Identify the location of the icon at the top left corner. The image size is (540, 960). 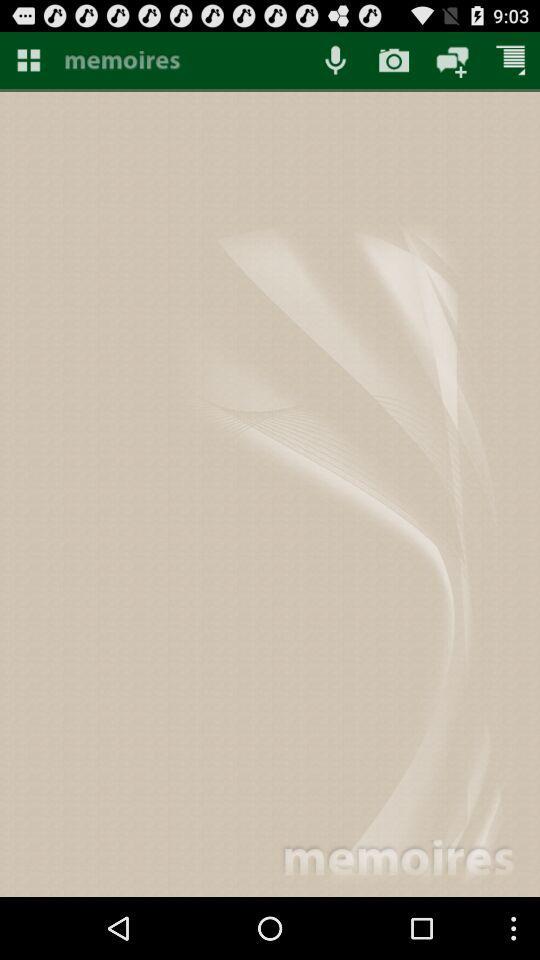
(27, 59).